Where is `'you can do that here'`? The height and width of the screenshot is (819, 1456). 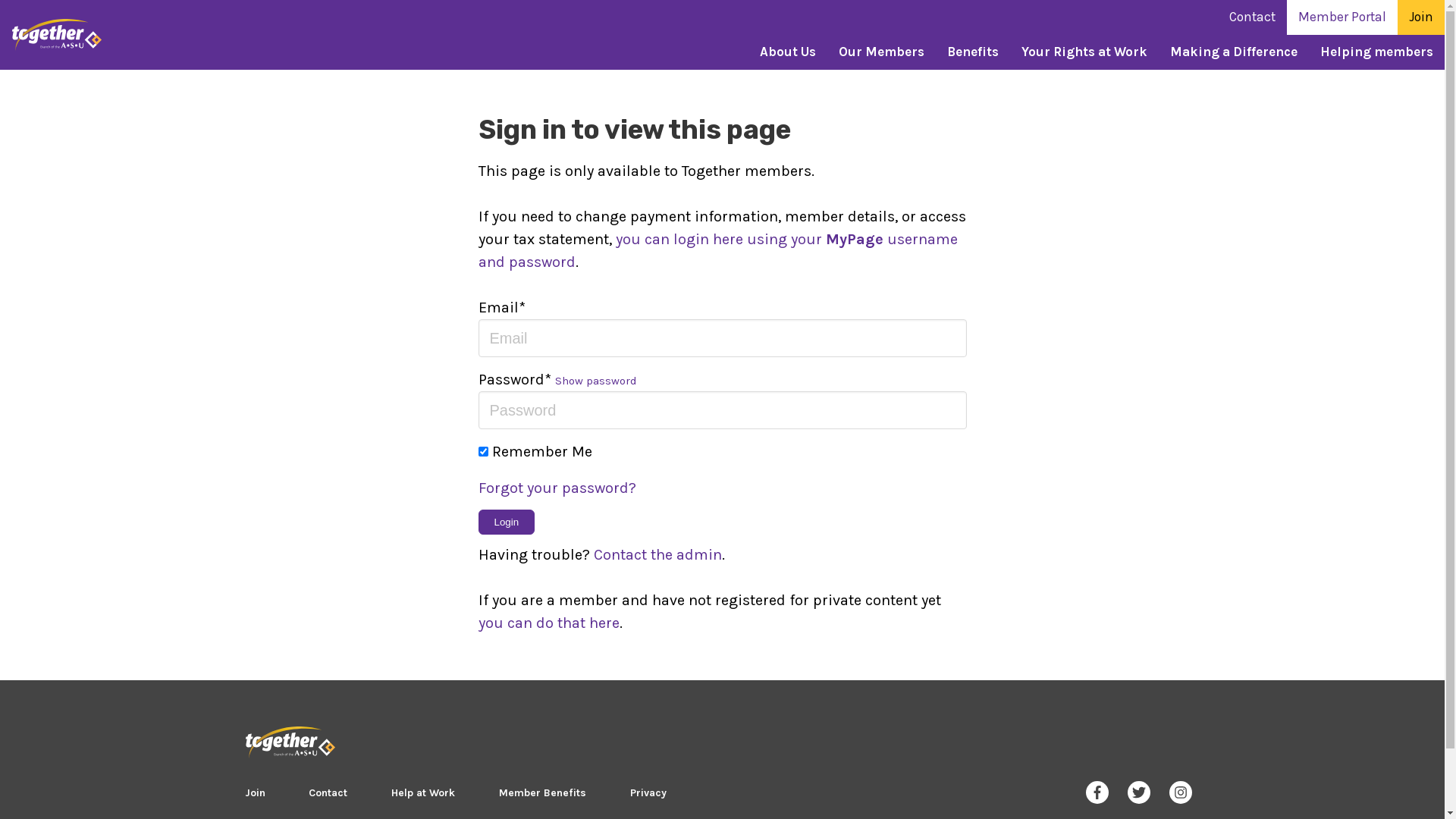
'you can do that here' is located at coordinates (476, 623).